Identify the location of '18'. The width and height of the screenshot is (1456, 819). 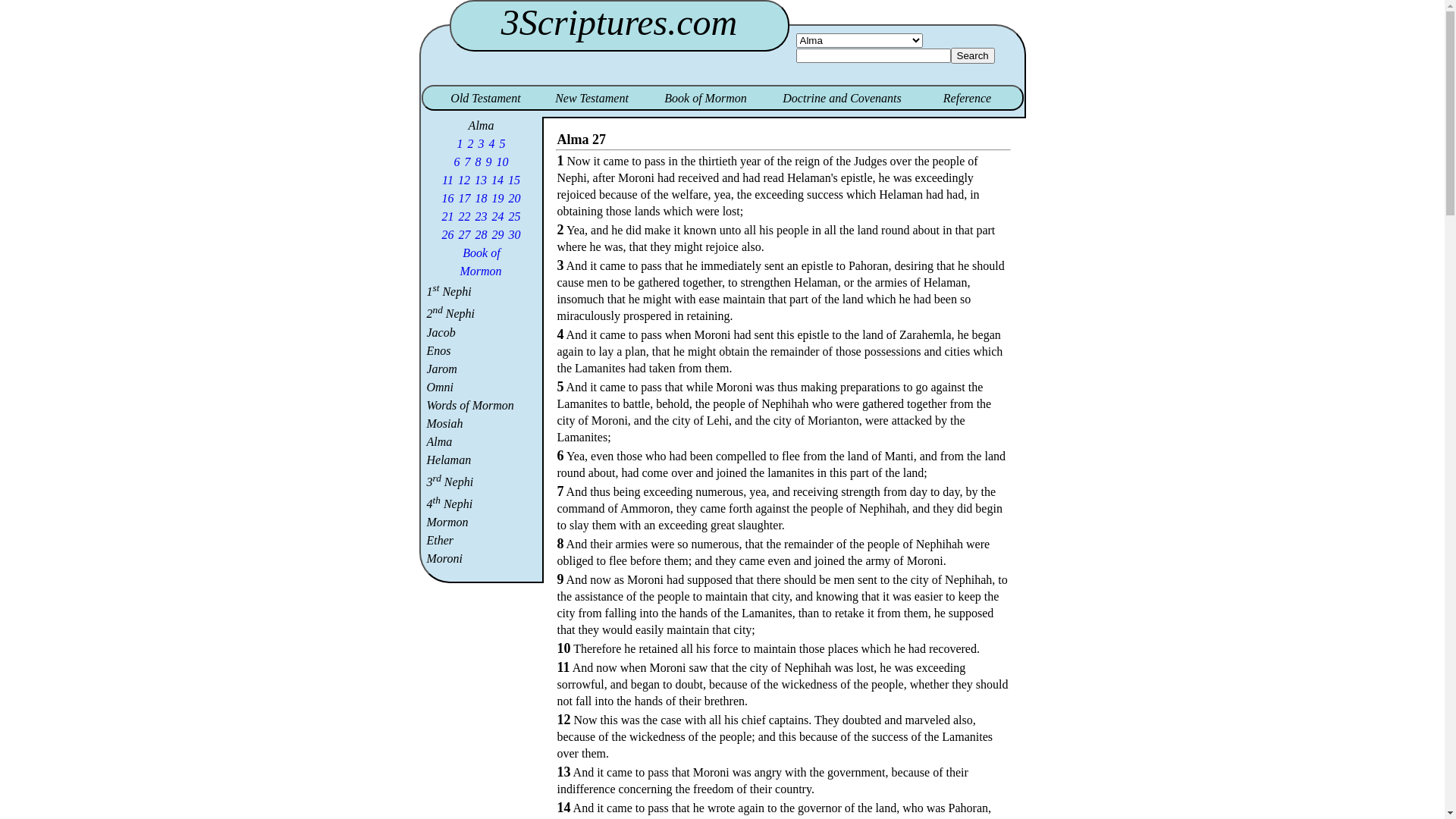
(480, 197).